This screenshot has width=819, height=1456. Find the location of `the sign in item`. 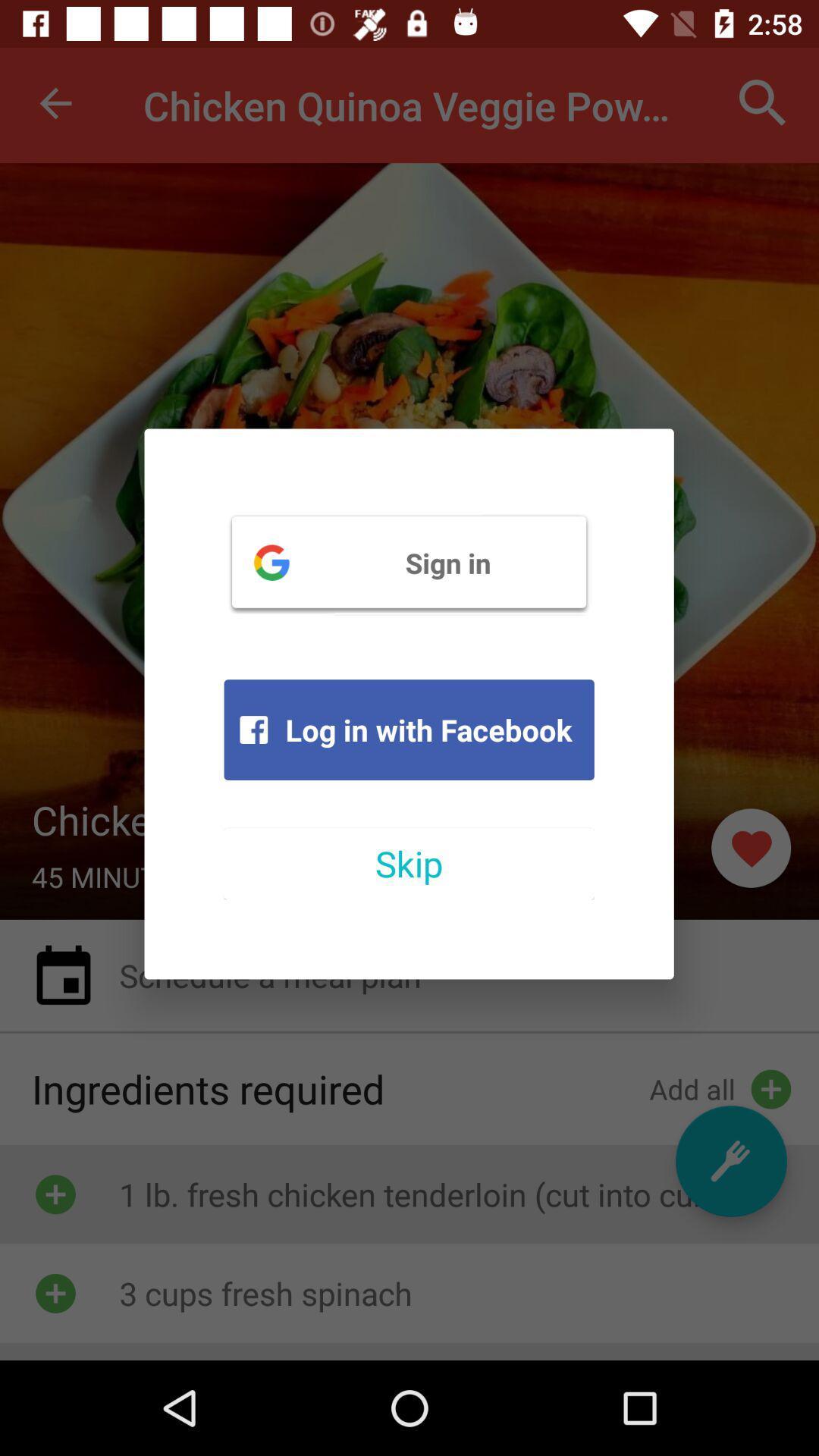

the sign in item is located at coordinates (408, 561).